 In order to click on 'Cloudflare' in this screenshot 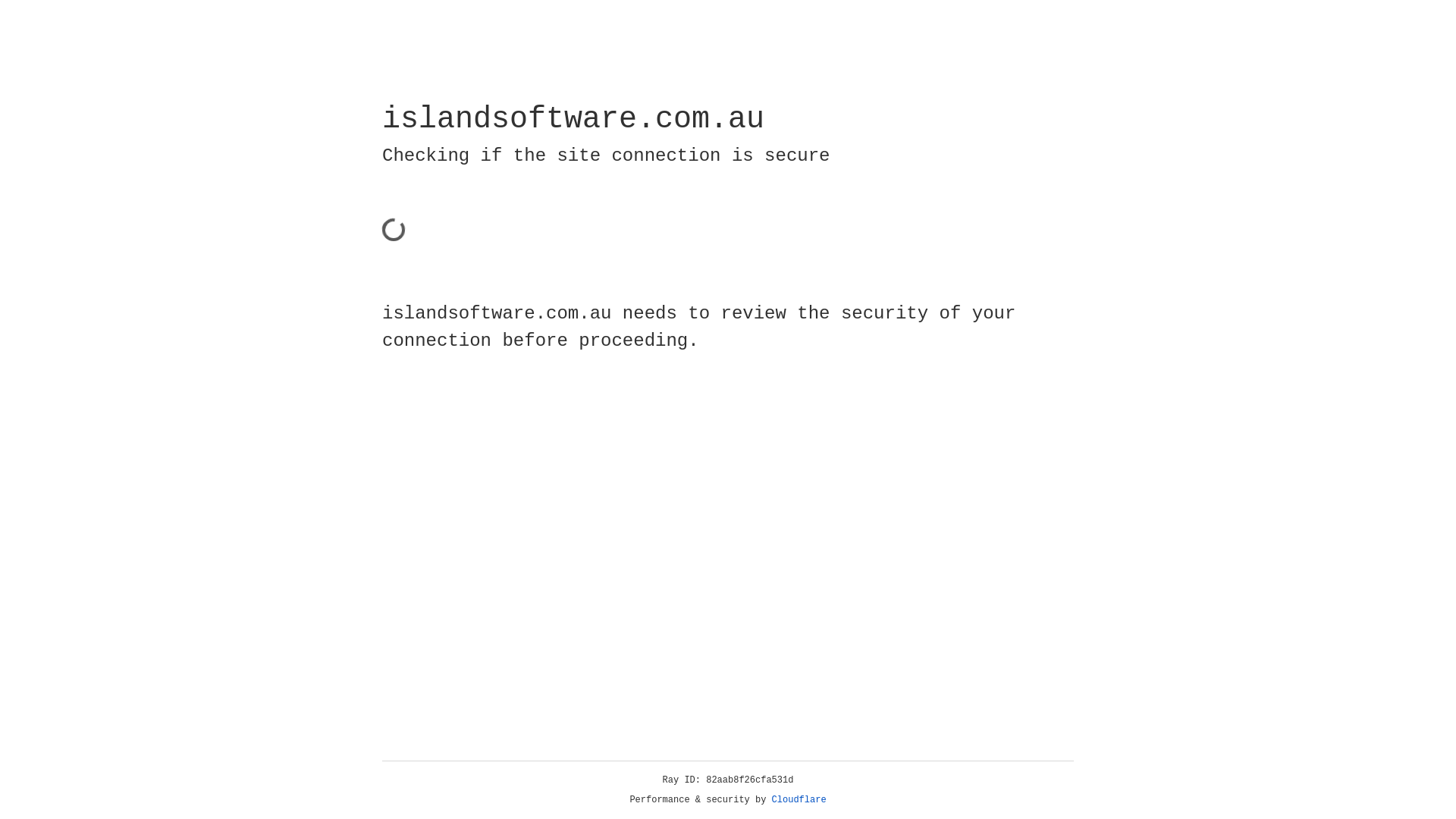, I will do `click(799, 799)`.